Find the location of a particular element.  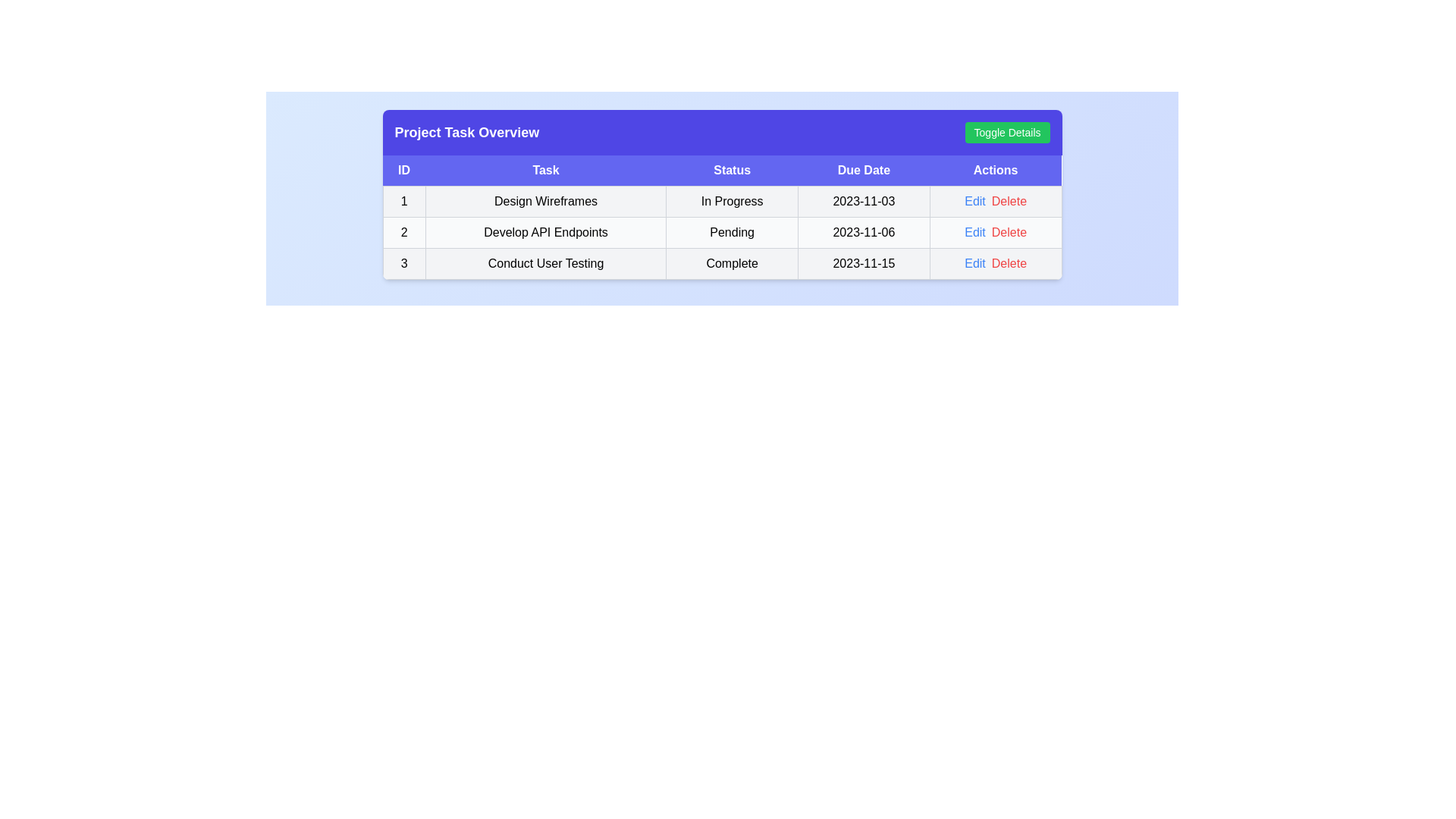

the row corresponding to task ID 3 to highlight it is located at coordinates (721, 262).